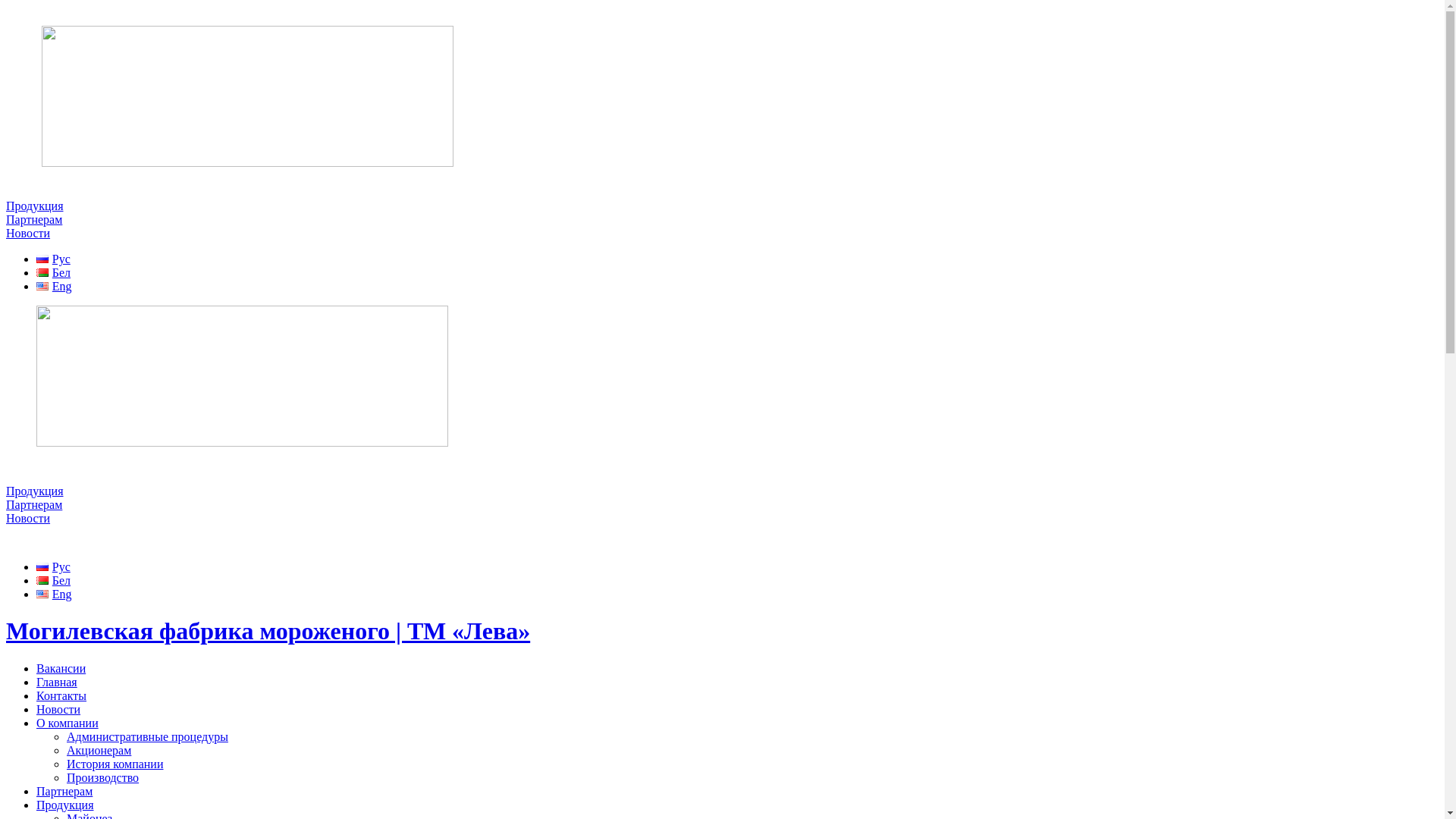 Image resolution: width=1456 pixels, height=819 pixels. What do you see at coordinates (54, 286) in the screenshot?
I see `'Eng'` at bounding box center [54, 286].